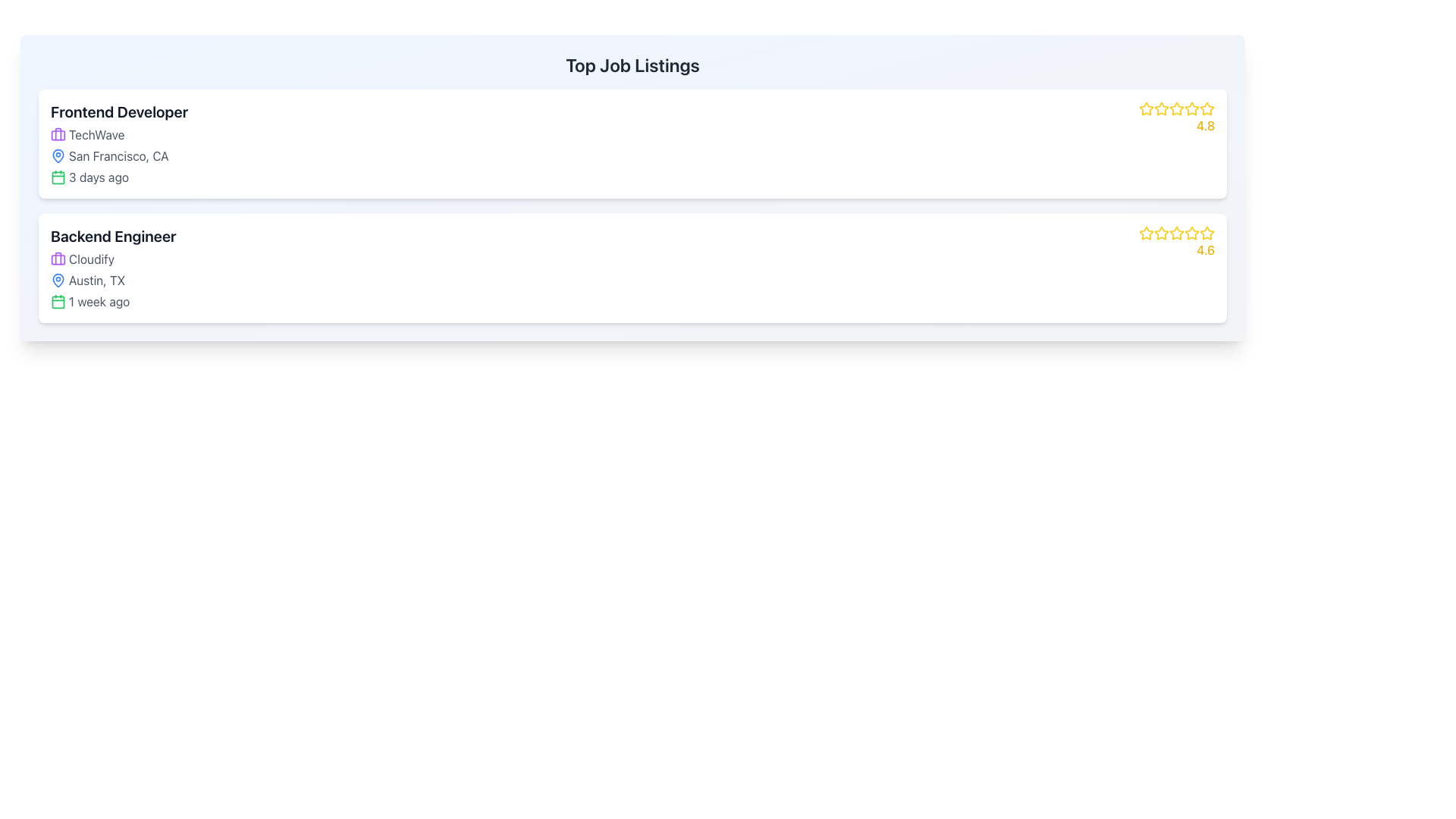 Image resolution: width=1456 pixels, height=819 pixels. What do you see at coordinates (58, 301) in the screenshot?
I see `the green rounded rectangle SVG icon that resembles a calendar, which is part of the top job entry in the list of job postings` at bounding box center [58, 301].